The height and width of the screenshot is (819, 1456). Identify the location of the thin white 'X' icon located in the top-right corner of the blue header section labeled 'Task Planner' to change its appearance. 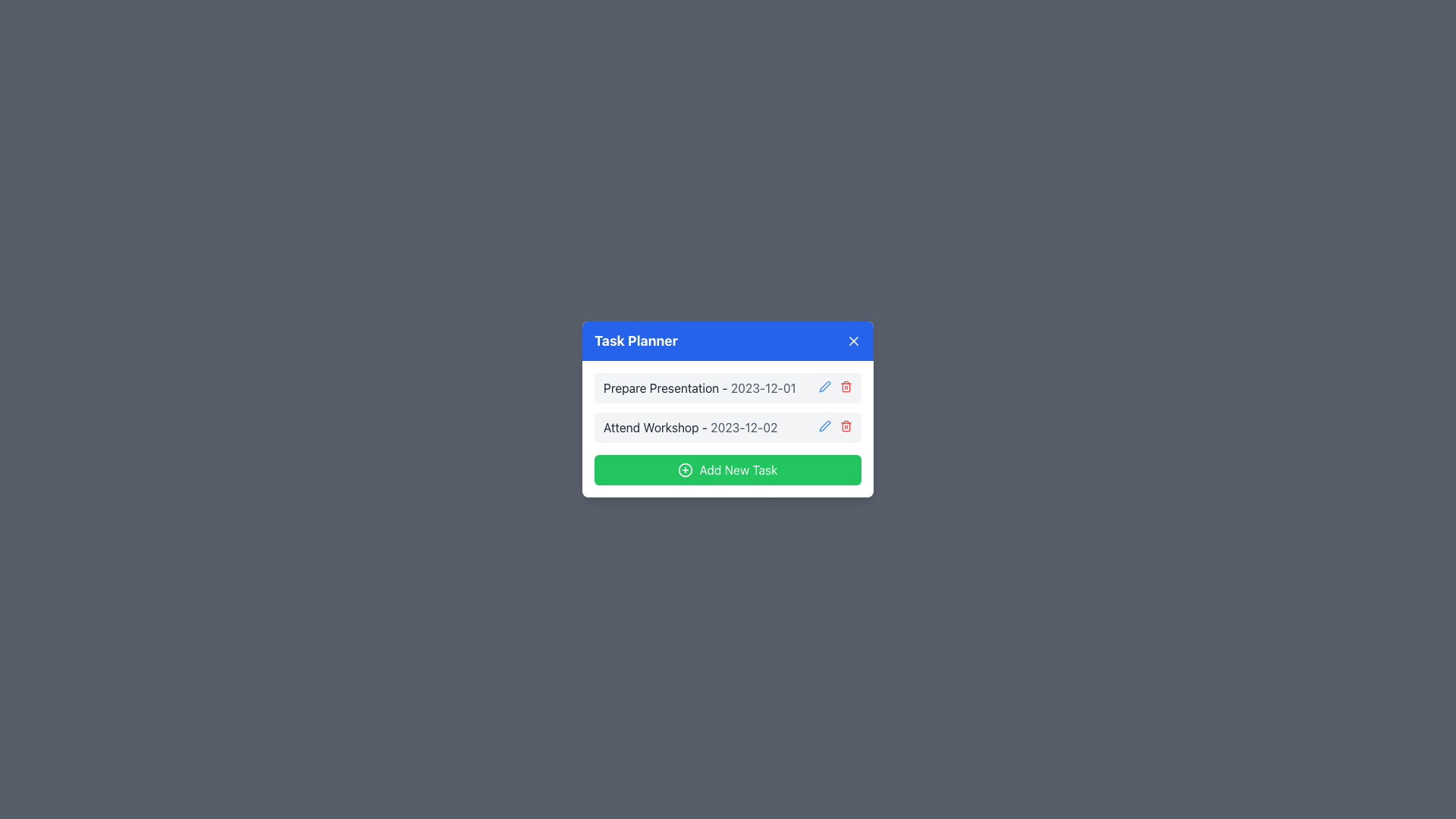
(854, 341).